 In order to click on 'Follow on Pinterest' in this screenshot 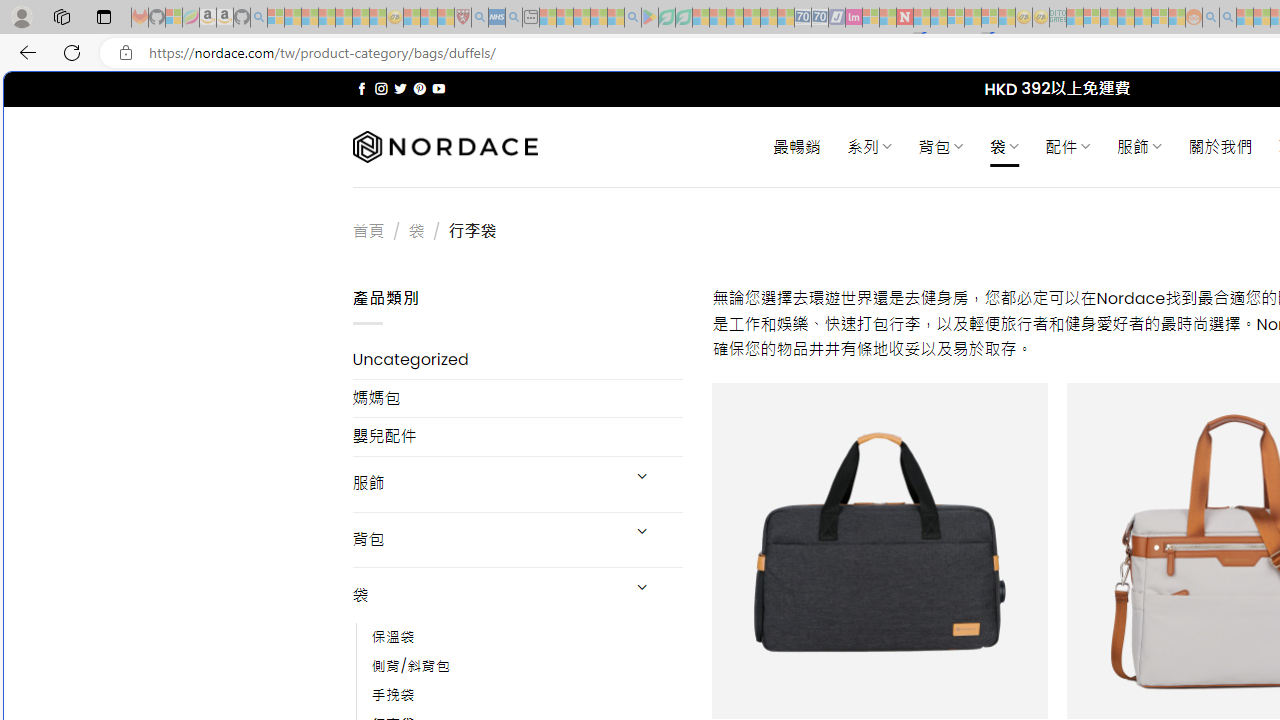, I will do `click(418, 88)`.